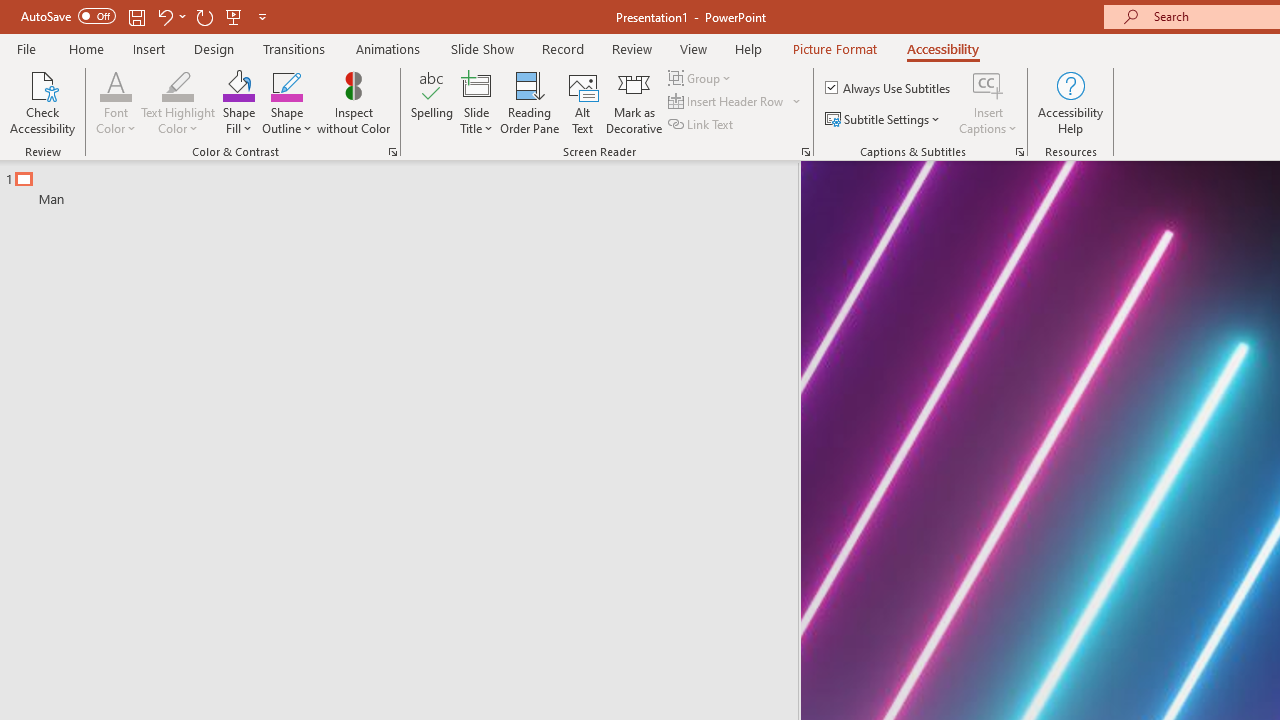 The width and height of the screenshot is (1280, 720). What do you see at coordinates (431, 103) in the screenshot?
I see `'Spelling...'` at bounding box center [431, 103].